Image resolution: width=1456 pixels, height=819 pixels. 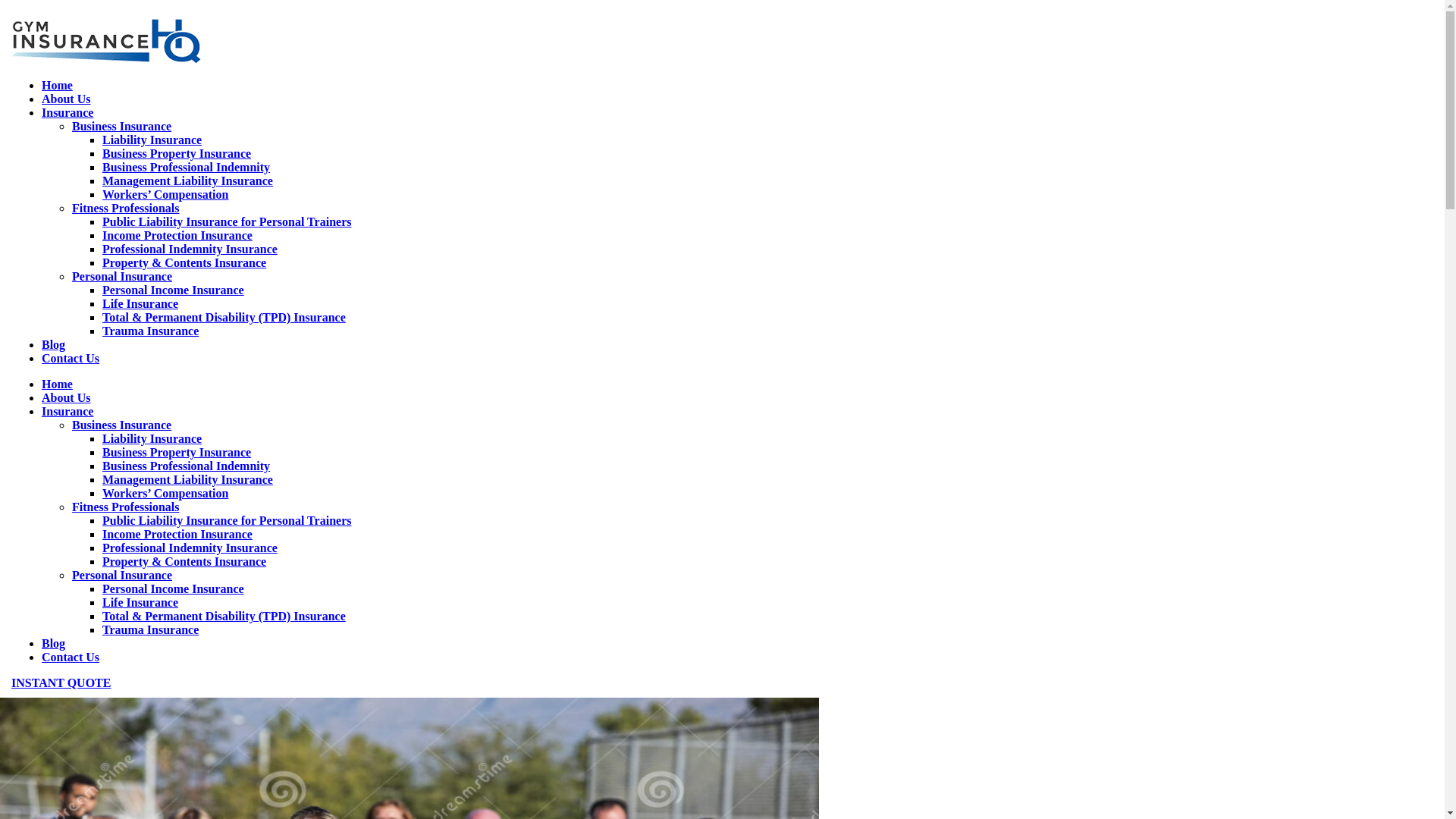 I want to click on 'Total & Permanent Disability (TPD) Insurance', so click(x=223, y=616).